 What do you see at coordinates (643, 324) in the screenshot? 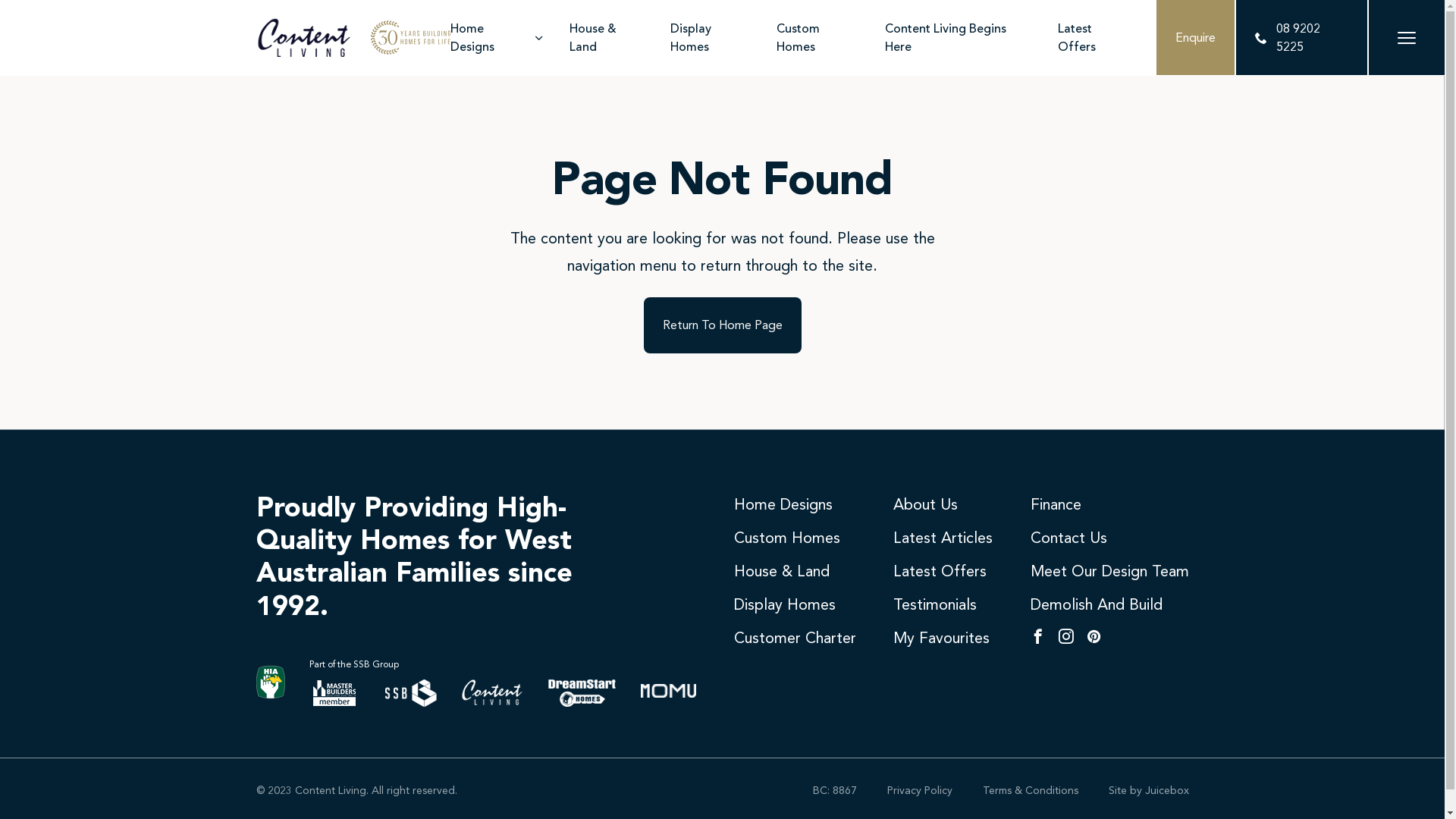
I see `'Return To Home Page'` at bounding box center [643, 324].